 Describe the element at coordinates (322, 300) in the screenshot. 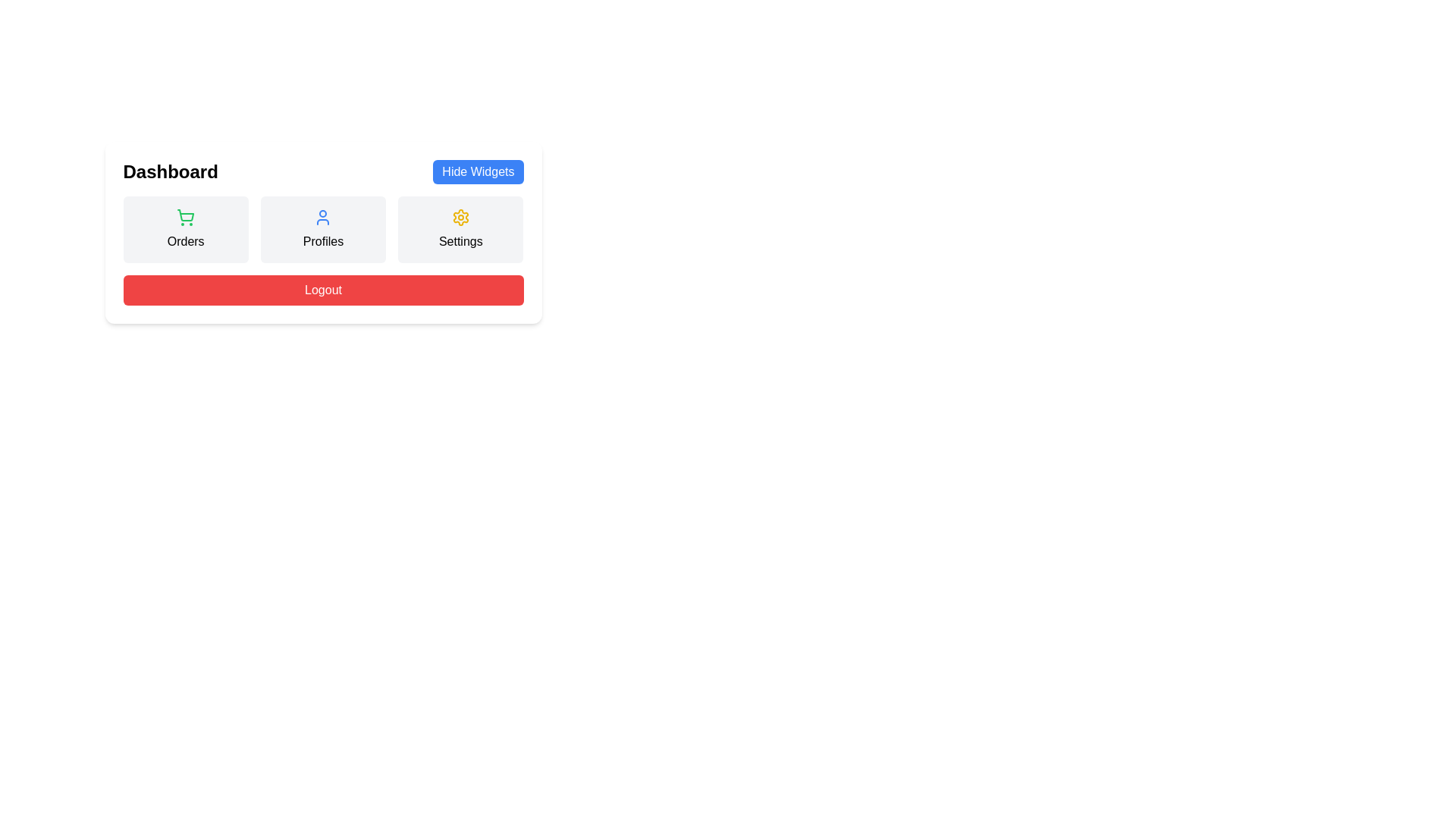

I see `the 'Logout' button located in the 'Dashboard' section` at that location.